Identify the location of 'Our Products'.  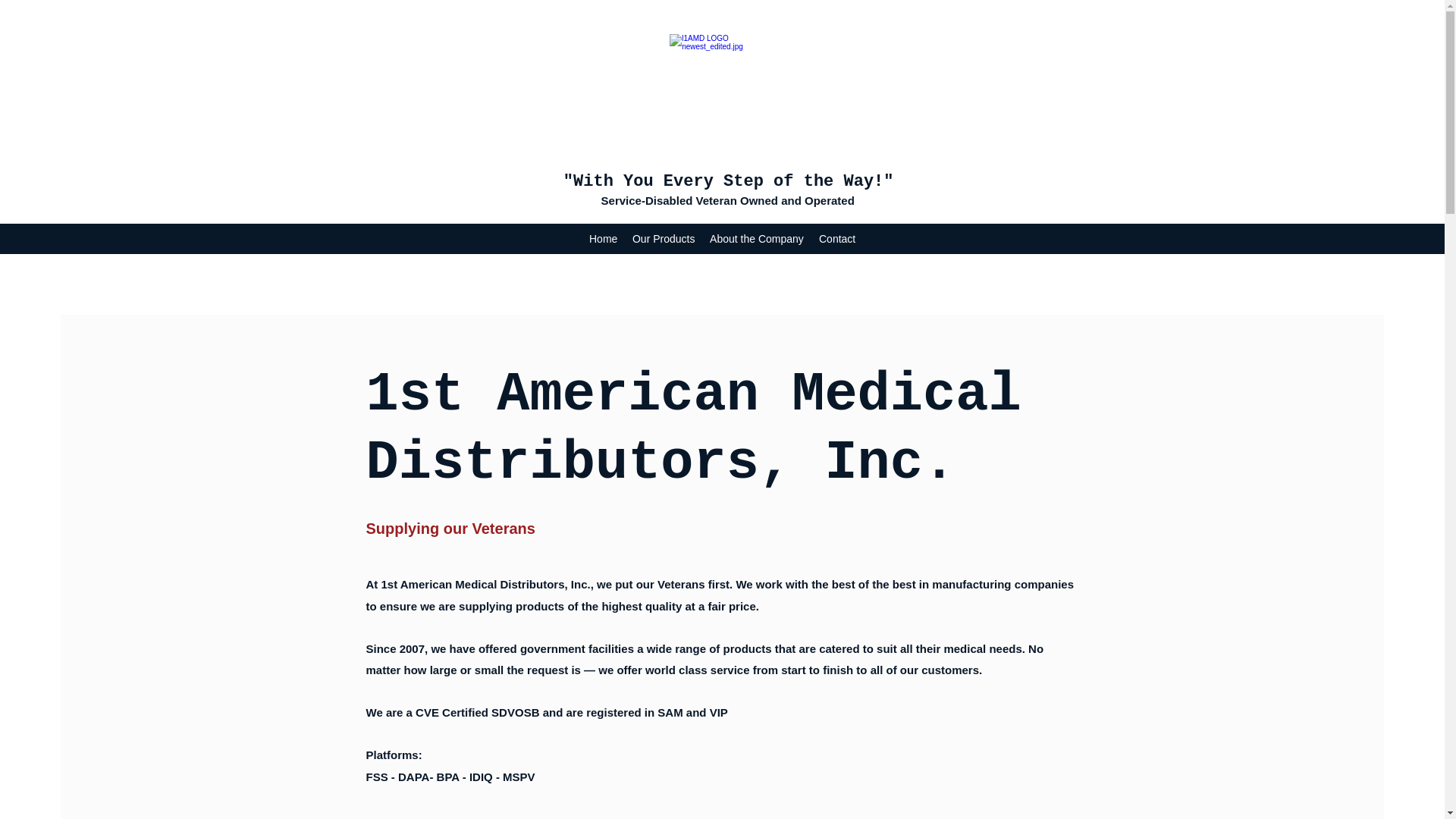
(663, 239).